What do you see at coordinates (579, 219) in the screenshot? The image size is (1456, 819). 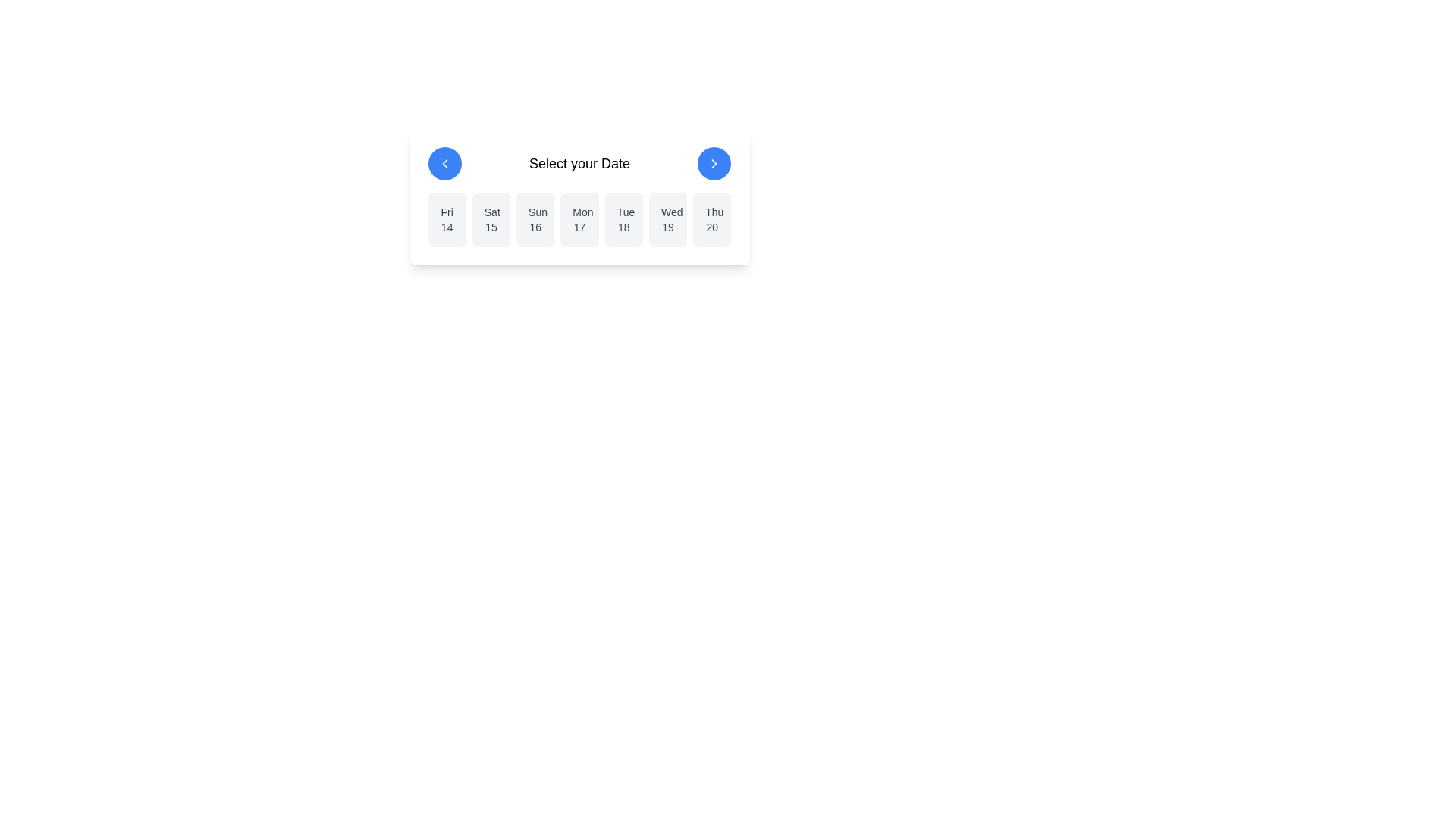 I see `the date selector button displaying 'Mon 17'` at bounding box center [579, 219].